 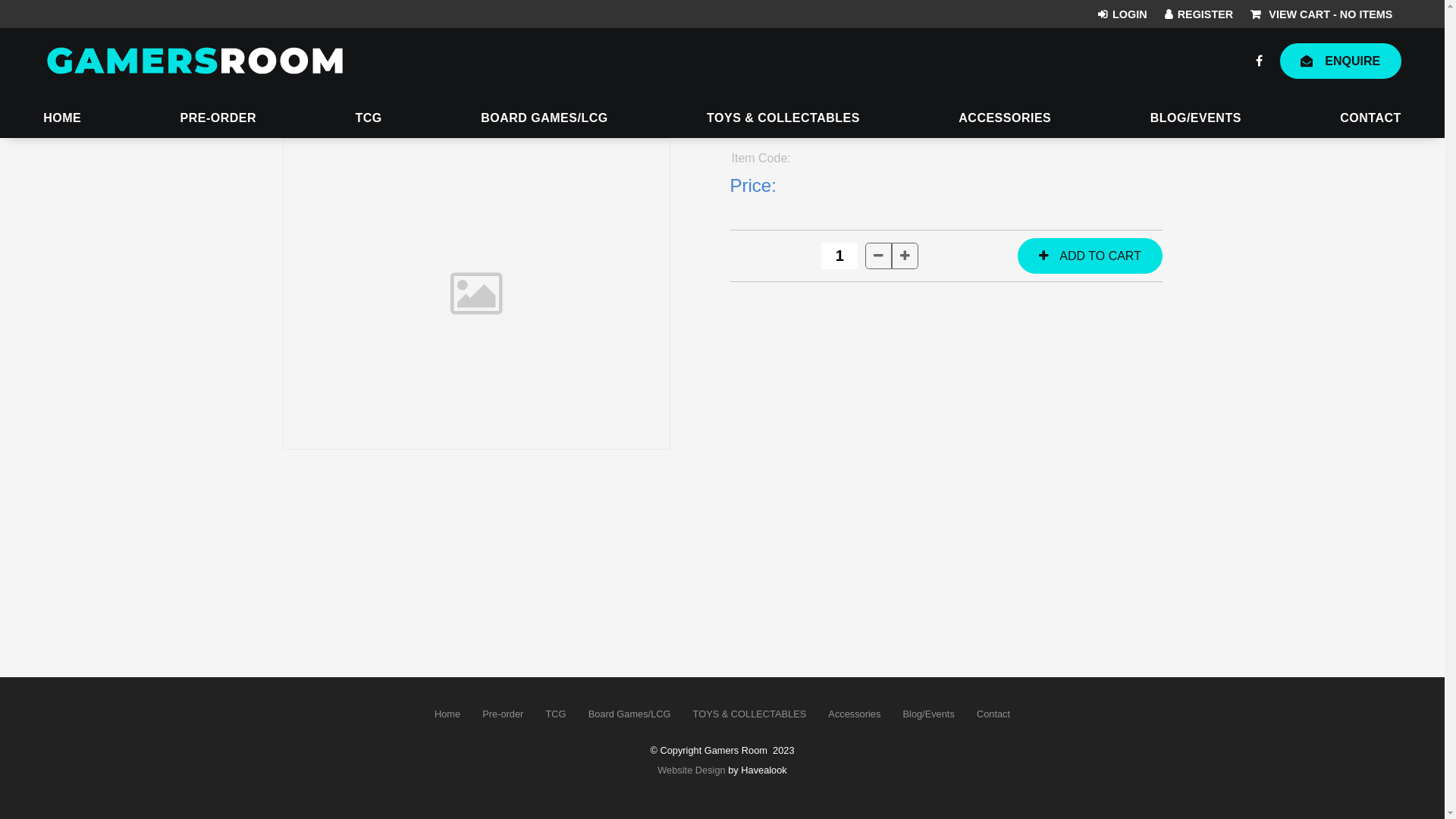 What do you see at coordinates (783, 118) in the screenshot?
I see `'TOYS & COLLECTABLES'` at bounding box center [783, 118].